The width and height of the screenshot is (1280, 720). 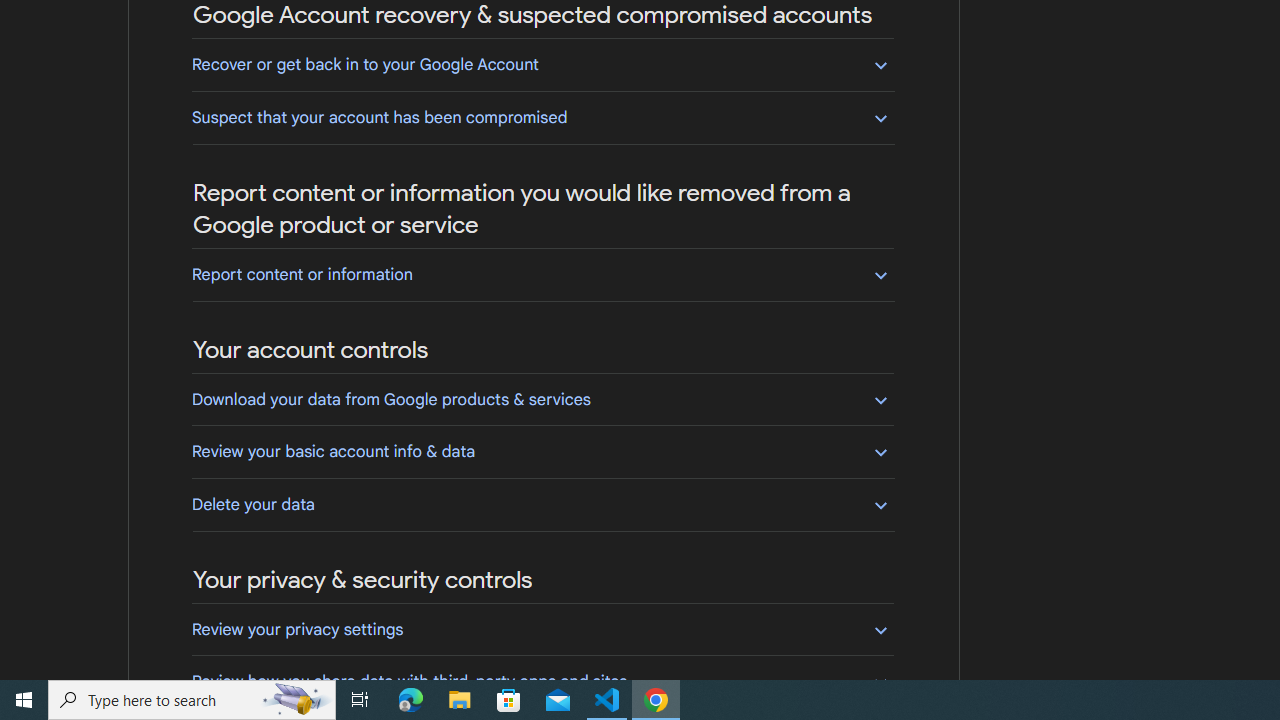 What do you see at coordinates (542, 274) in the screenshot?
I see `'Report content or information'` at bounding box center [542, 274].